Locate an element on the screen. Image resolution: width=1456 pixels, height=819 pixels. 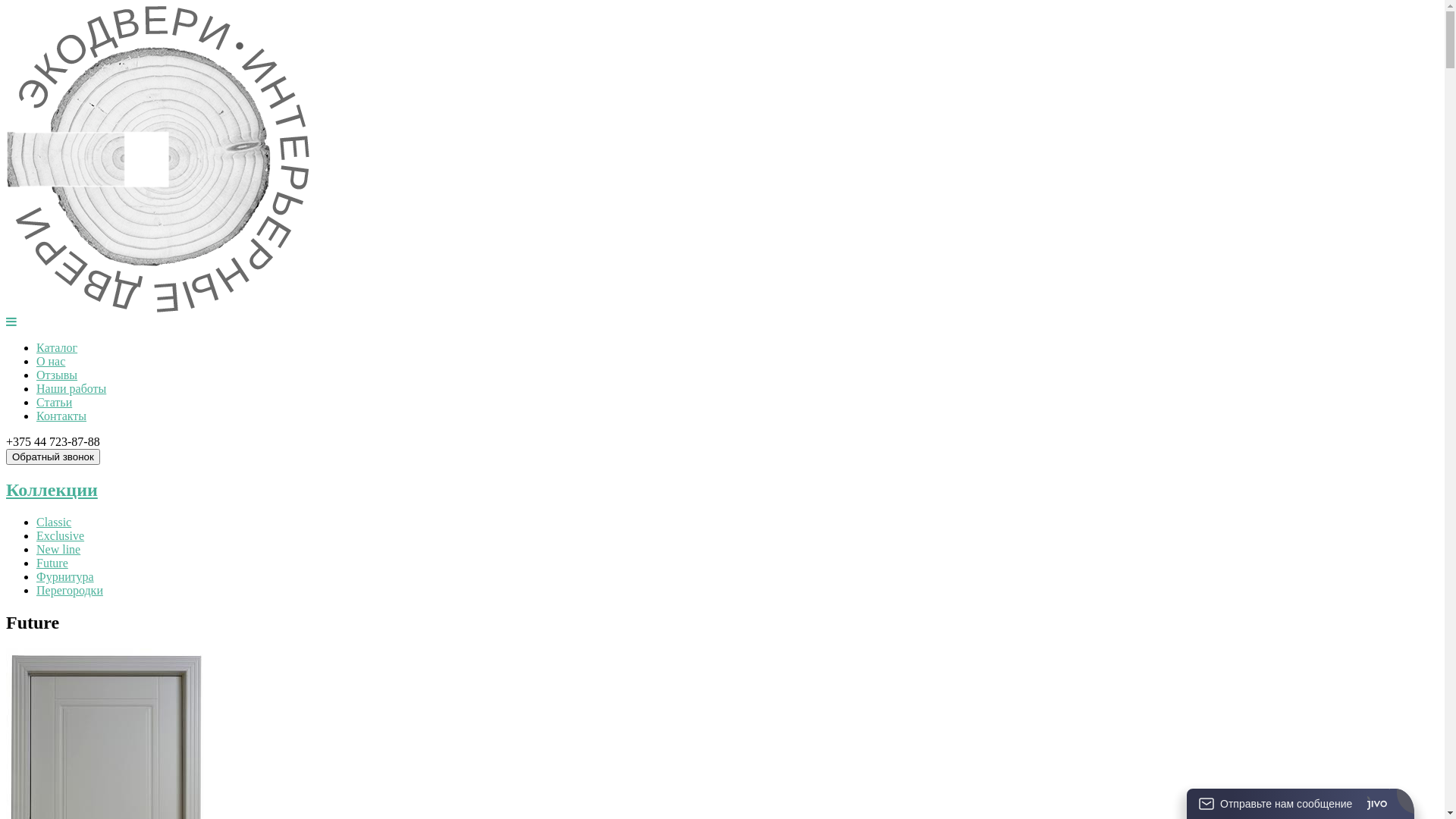
'New line' is located at coordinates (58, 549).